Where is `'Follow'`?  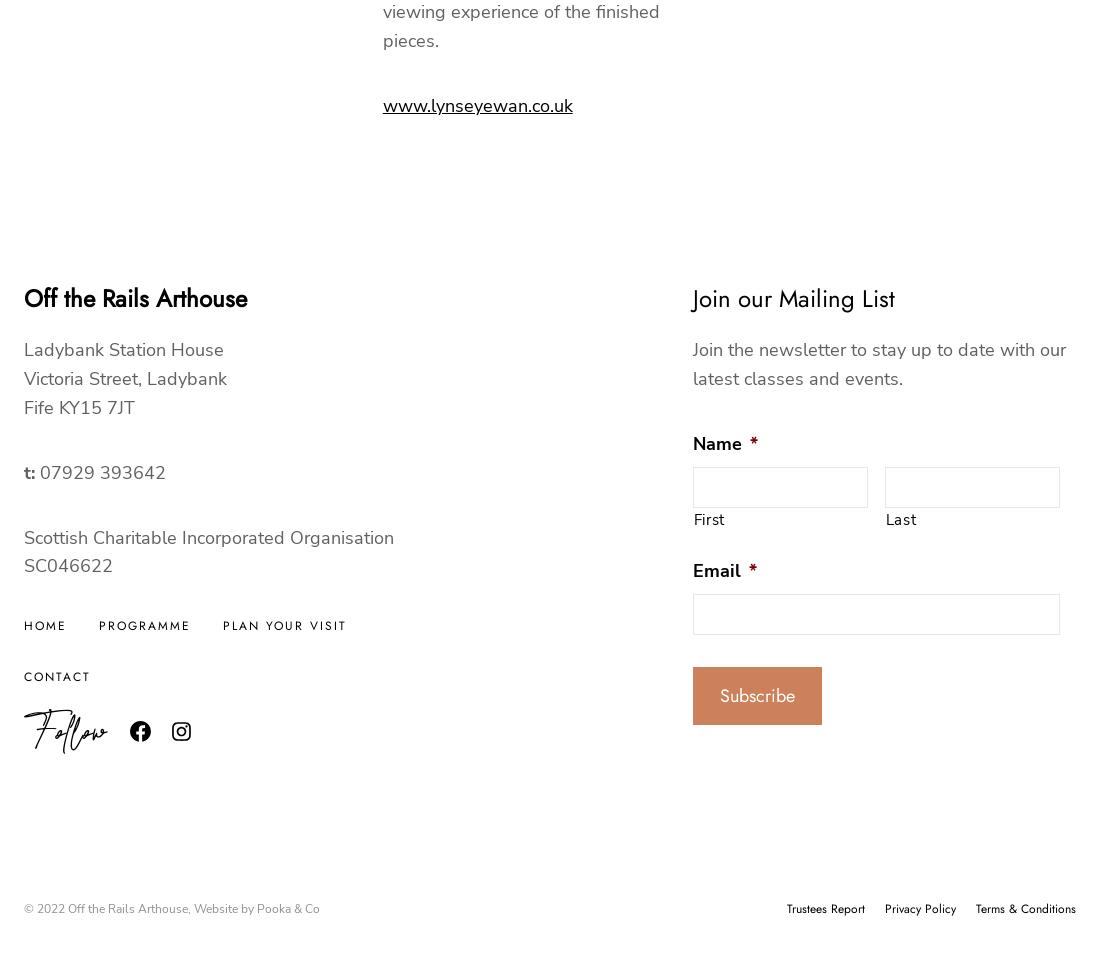
'Follow' is located at coordinates (63, 730).